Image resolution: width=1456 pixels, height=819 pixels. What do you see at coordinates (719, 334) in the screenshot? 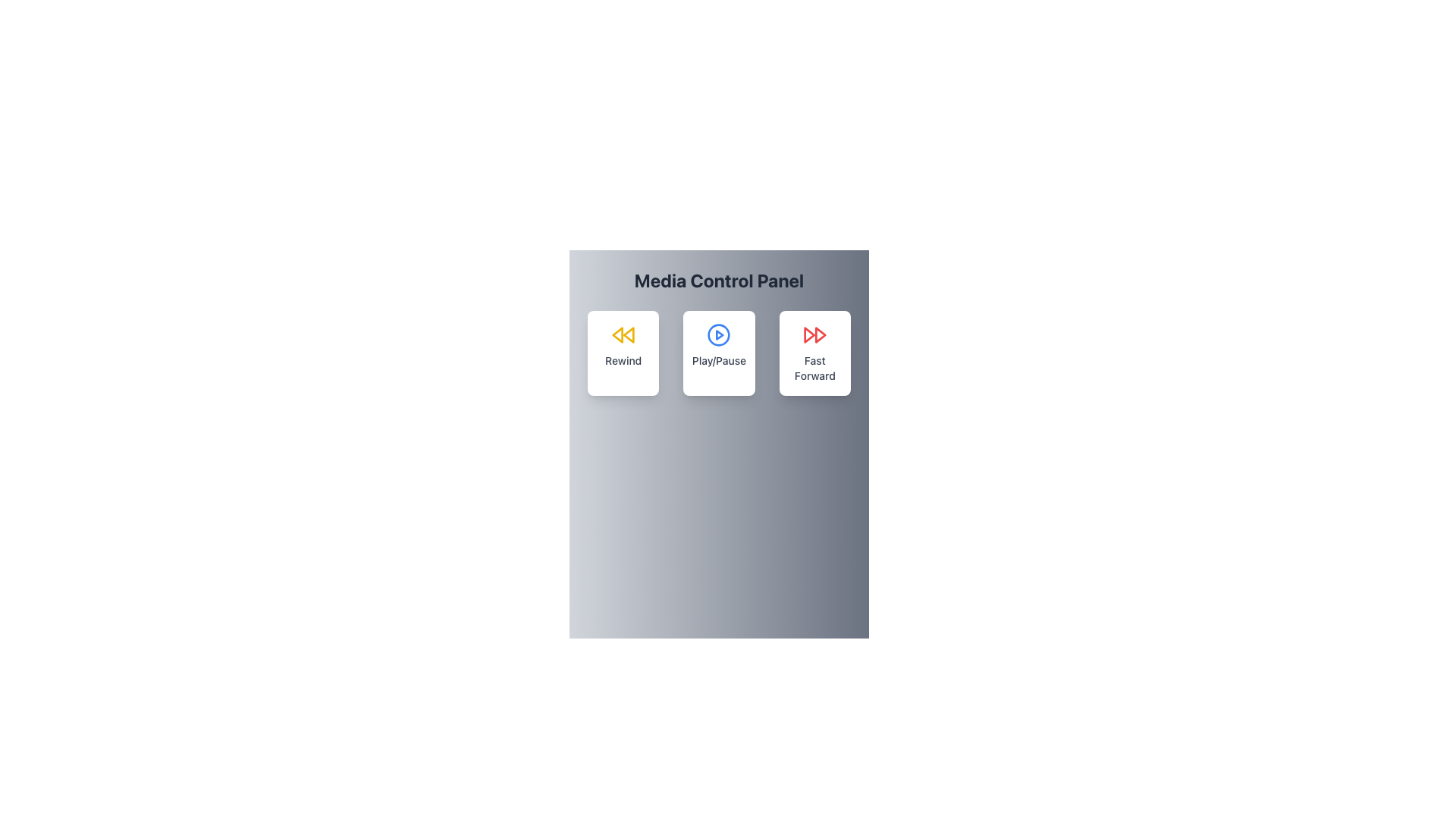
I see `the play icon located within the circular play/pause button in the media control panel, which initiates playback` at bounding box center [719, 334].